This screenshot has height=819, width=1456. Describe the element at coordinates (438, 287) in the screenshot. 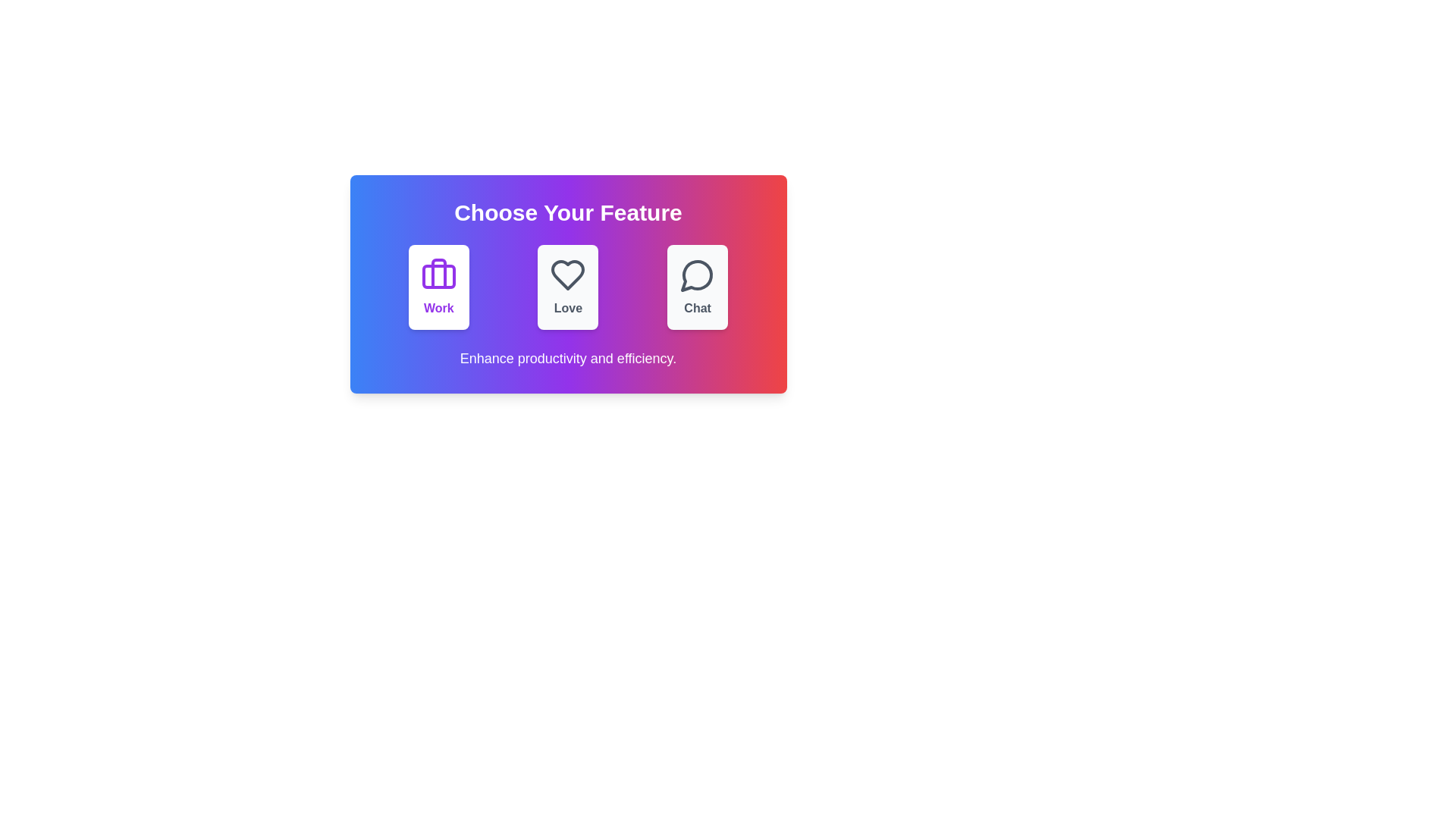

I see `the button labeled Work to select the corresponding feature` at that location.